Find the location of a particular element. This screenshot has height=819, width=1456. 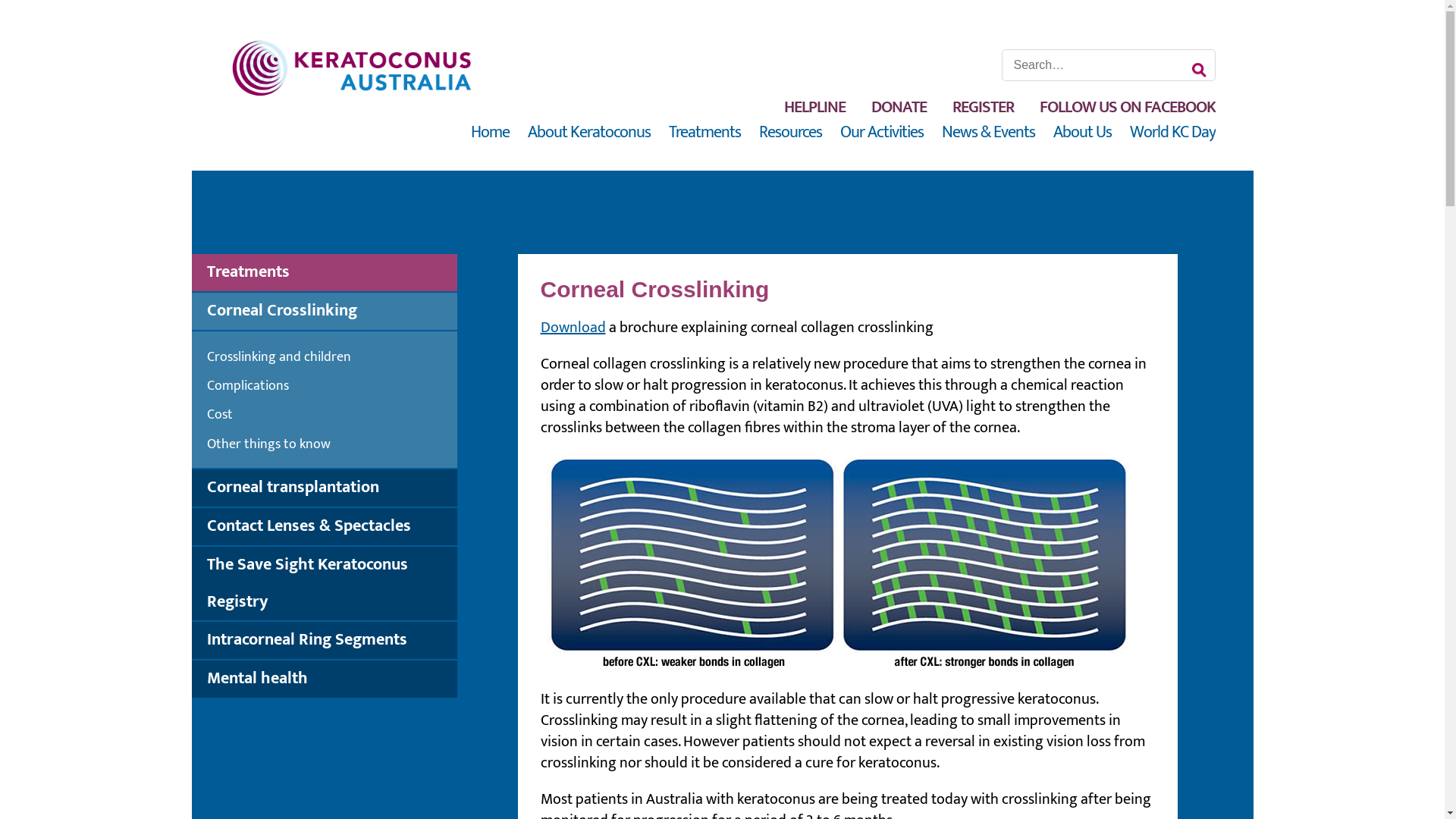

'Treatments' is located at coordinates (704, 131).